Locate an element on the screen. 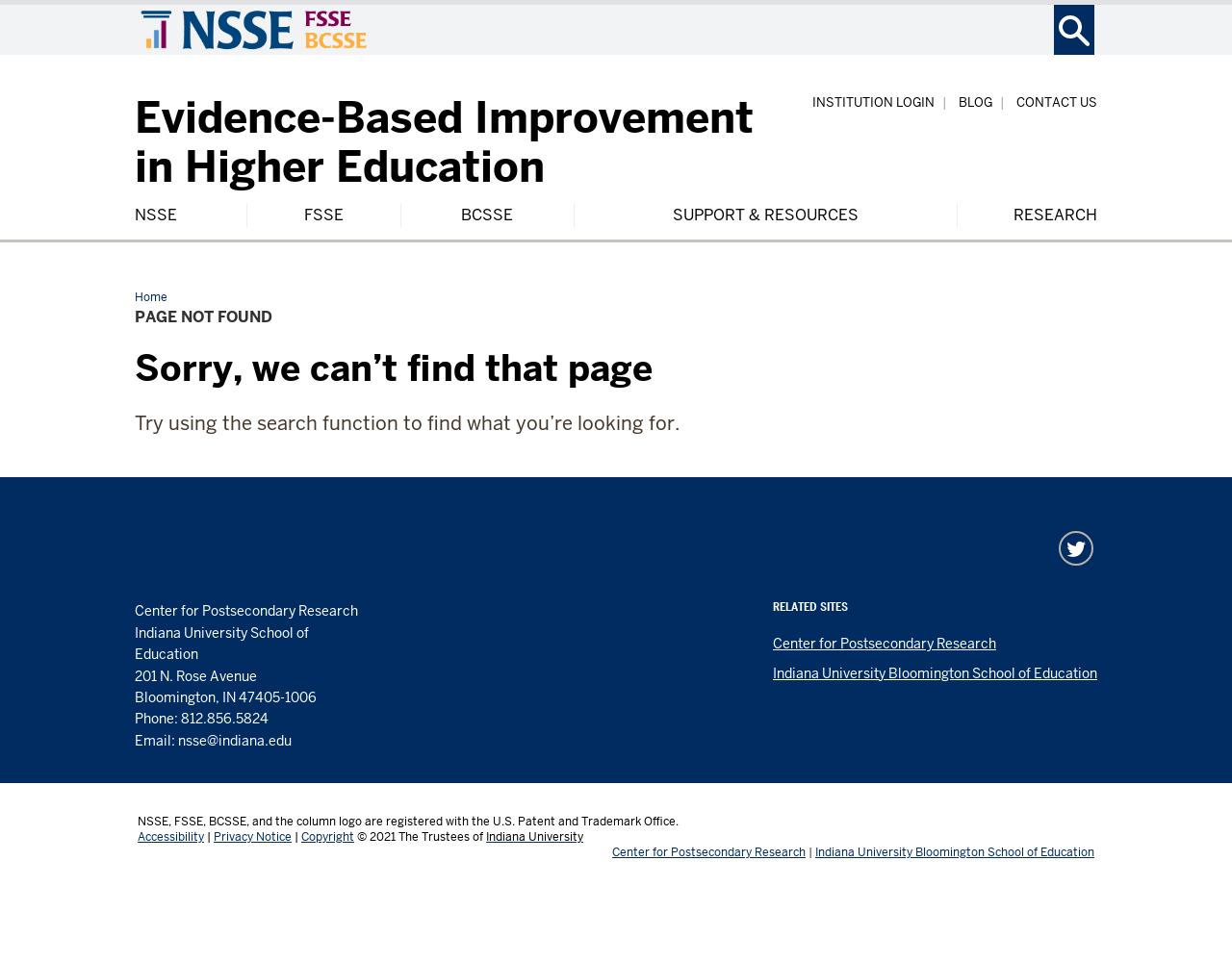 This screenshot has height=962, width=1232. 'The Trustees of' is located at coordinates (397, 836).